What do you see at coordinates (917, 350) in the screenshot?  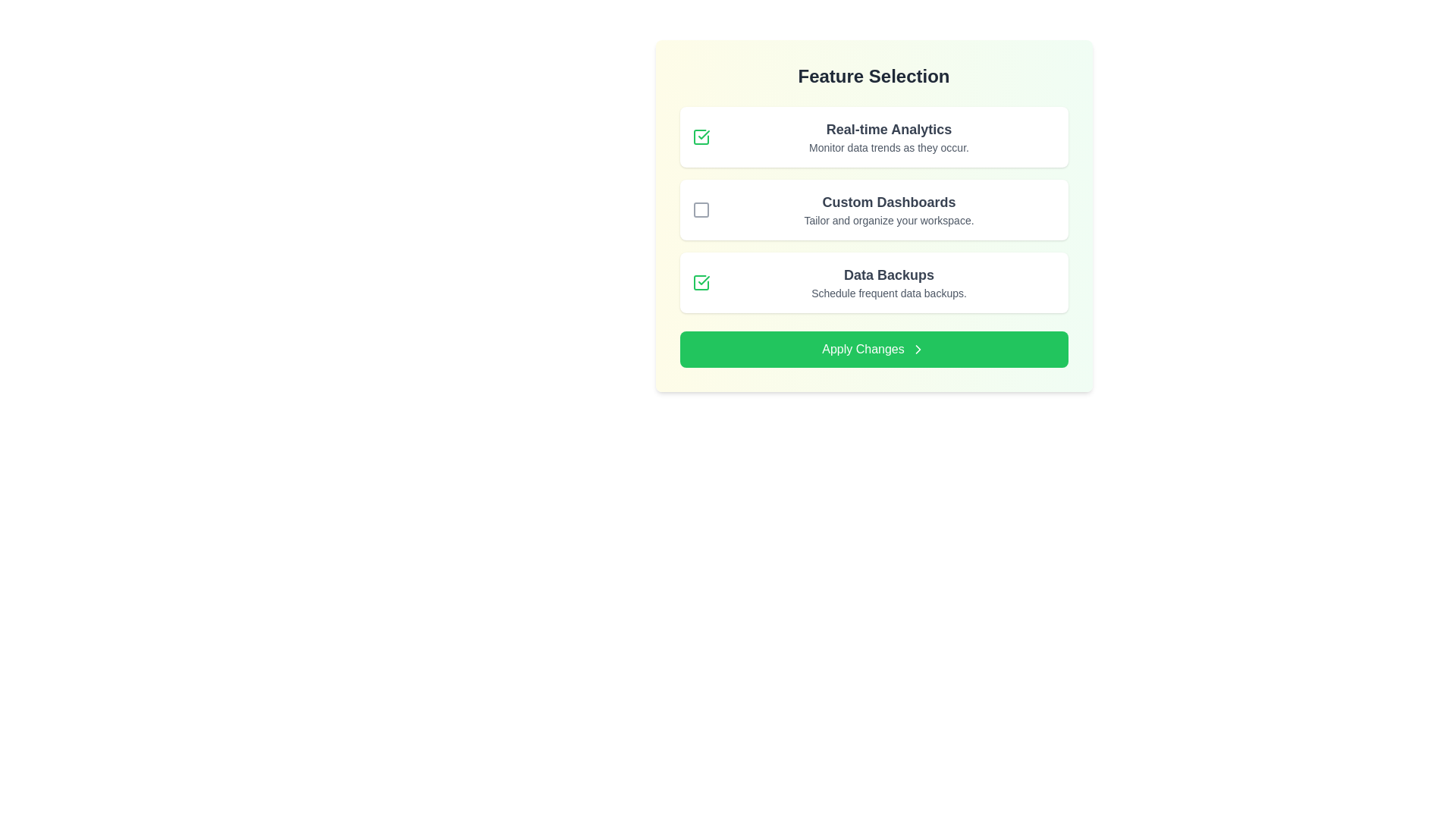 I see `the rightward-pointing chevron arrow icon, which is a triangular vector graphic located to the right of the 'Apply Changes' button at the bottom of the interface` at bounding box center [917, 350].